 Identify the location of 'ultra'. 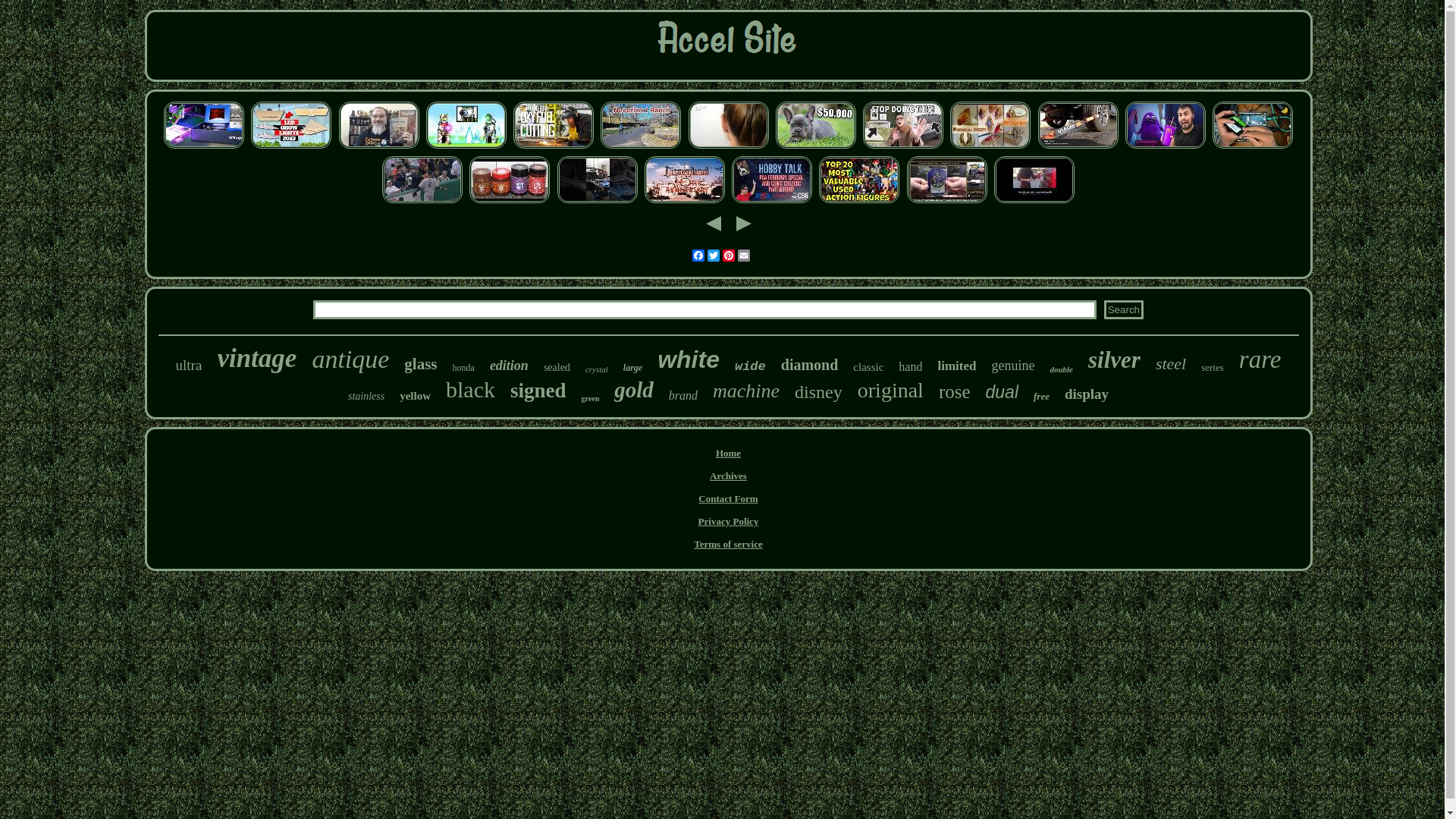
(188, 366).